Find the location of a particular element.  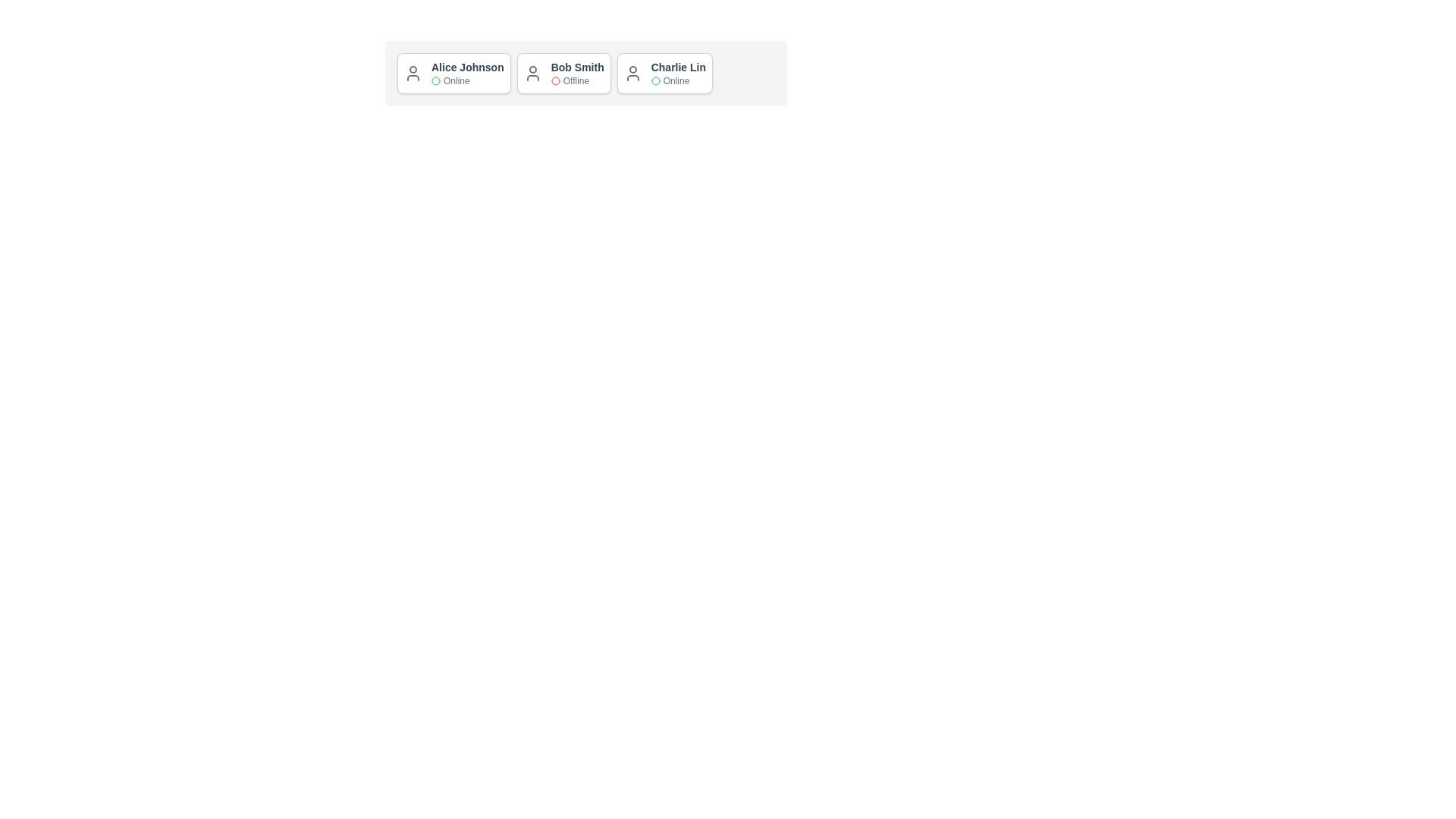

the card of Bob Smith to select it is located at coordinates (563, 73).